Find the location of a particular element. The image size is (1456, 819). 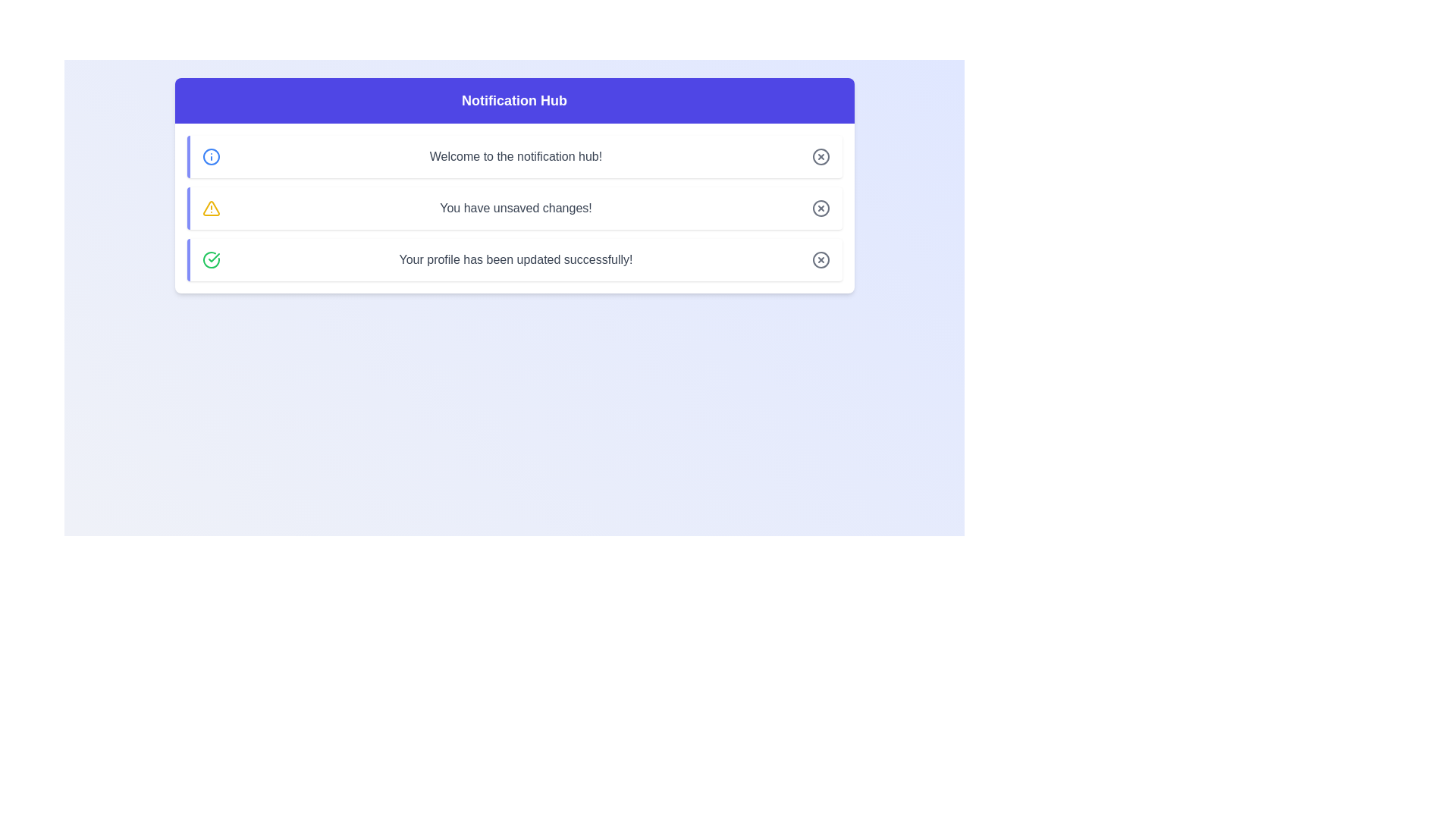

the small circular button with a cross icon inside, located in the bottom-right corner of the notification message that states 'Your profile has been updated successfully!' is located at coordinates (820, 259).